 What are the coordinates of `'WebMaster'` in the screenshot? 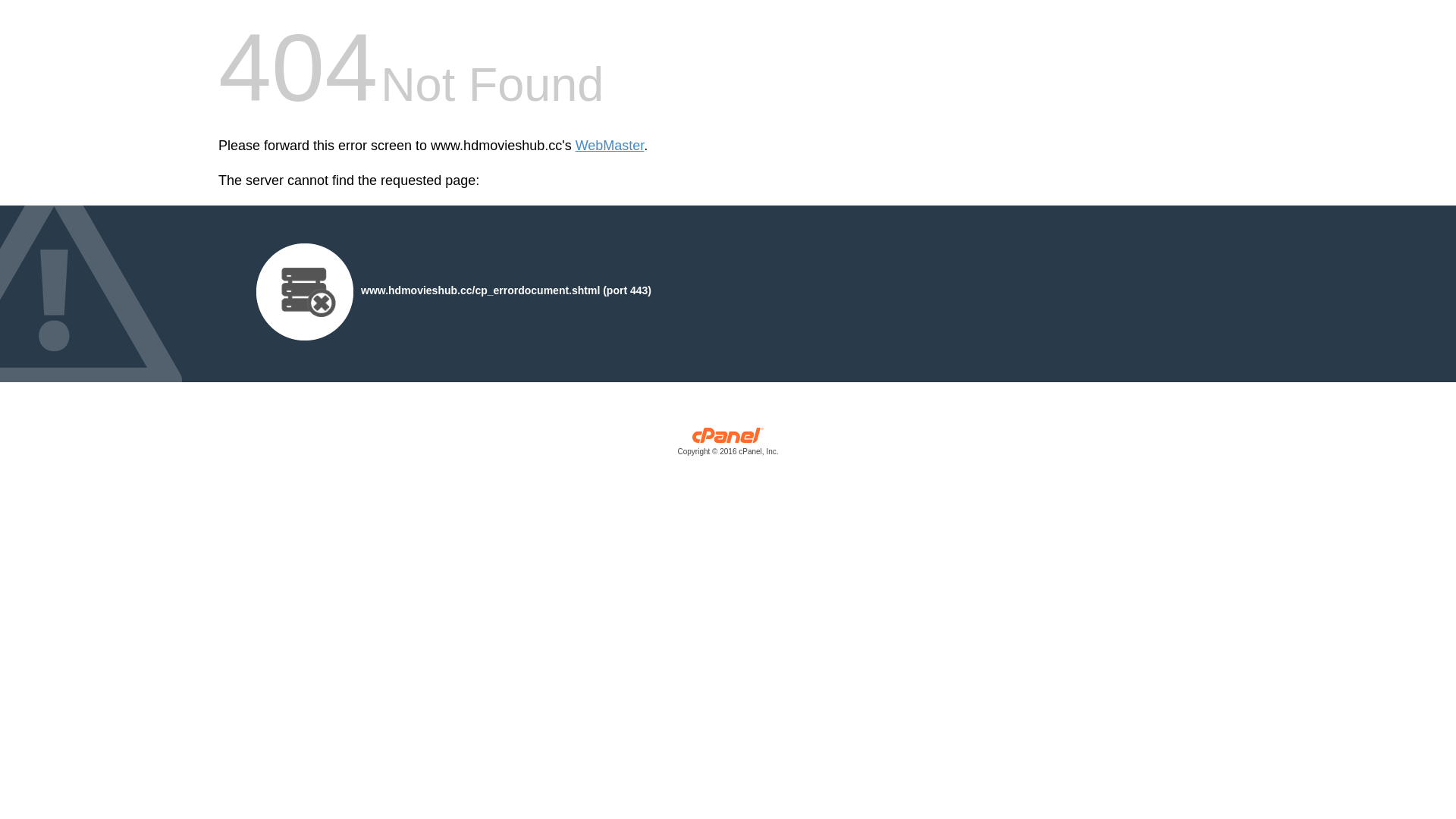 It's located at (610, 146).